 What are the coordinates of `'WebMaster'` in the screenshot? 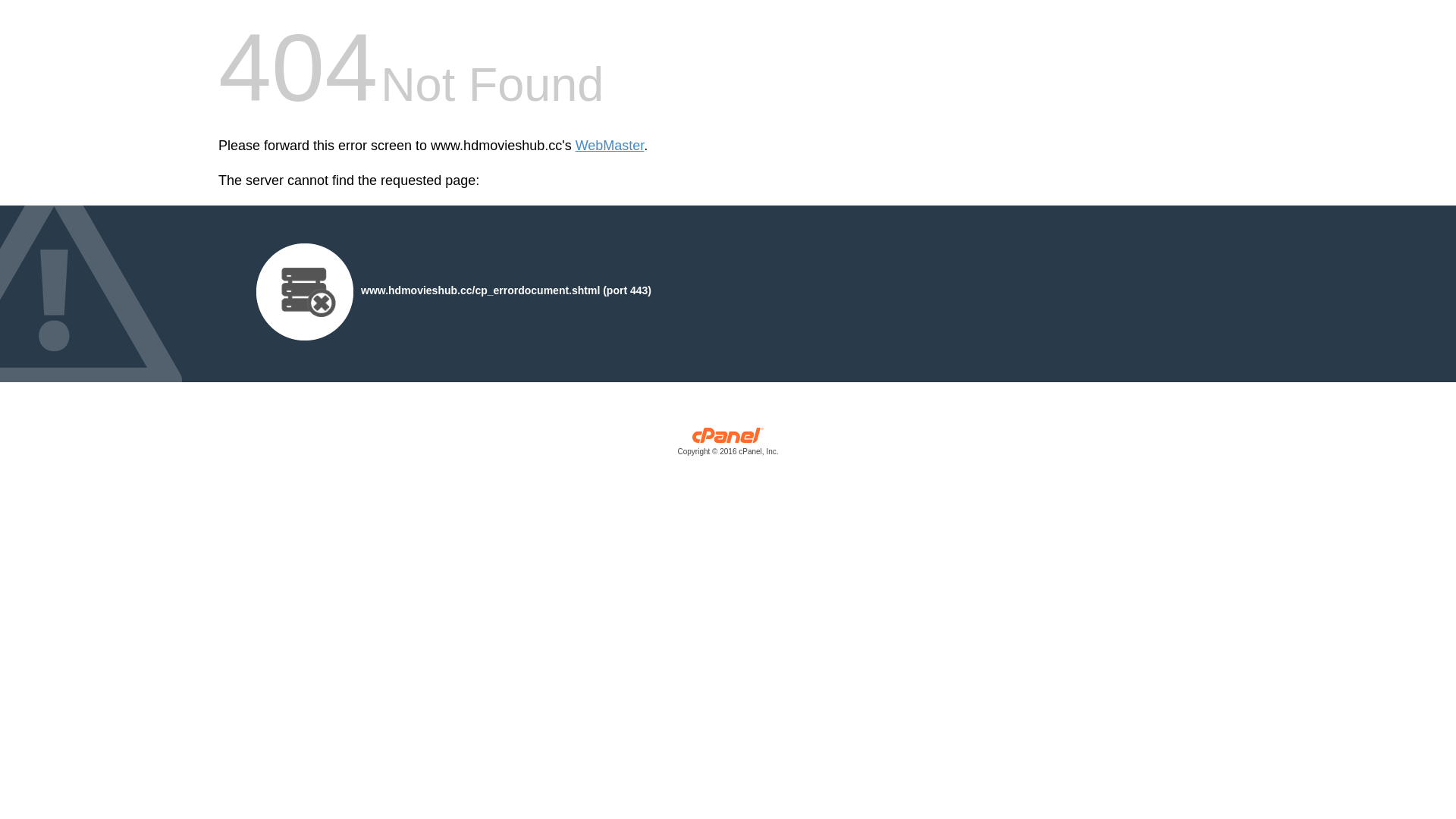 It's located at (610, 146).